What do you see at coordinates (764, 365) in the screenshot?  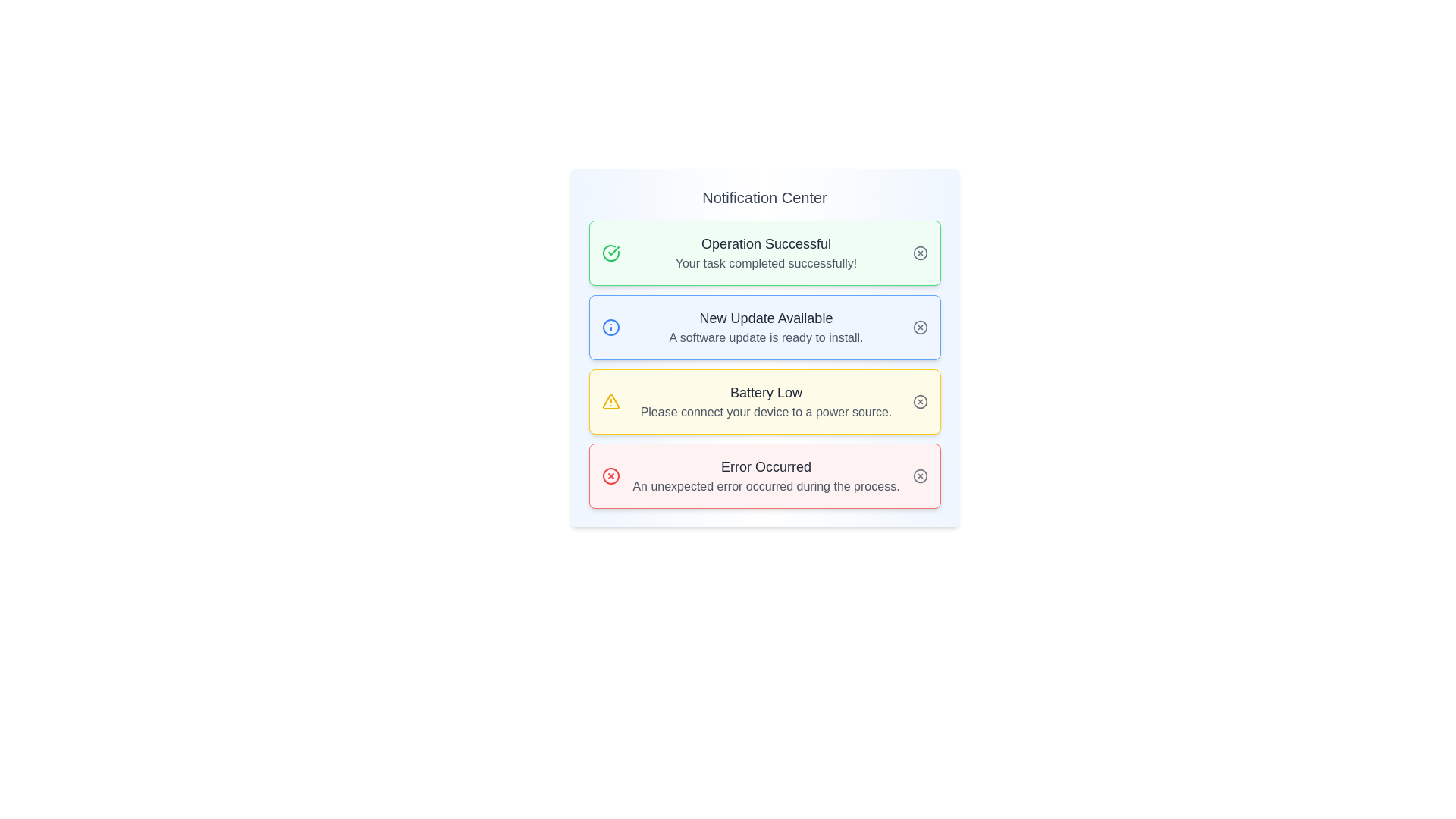 I see `the yellow Notification Card indicating 'battery low', which is the third card in the Notification Center below the title text` at bounding box center [764, 365].